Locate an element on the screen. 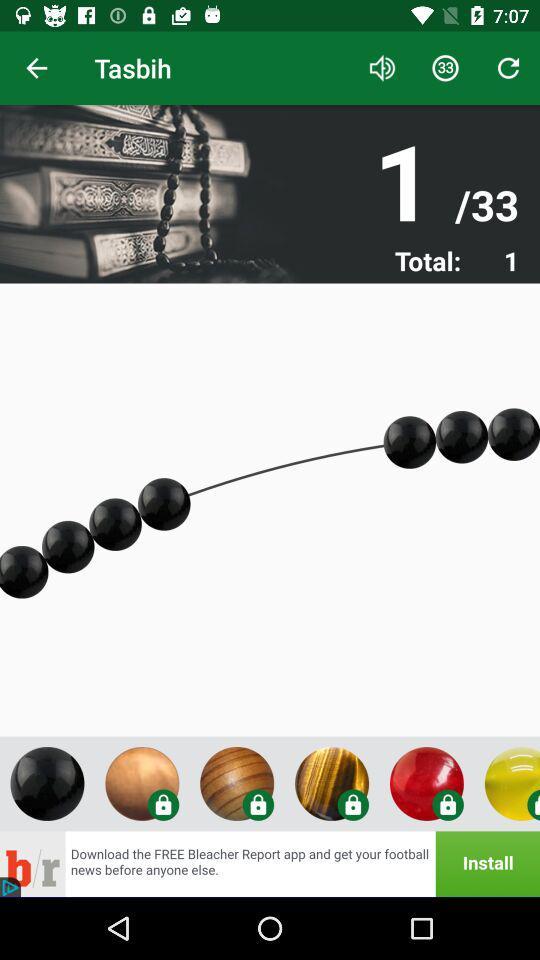  item to the left of the tasbih icon is located at coordinates (36, 68).